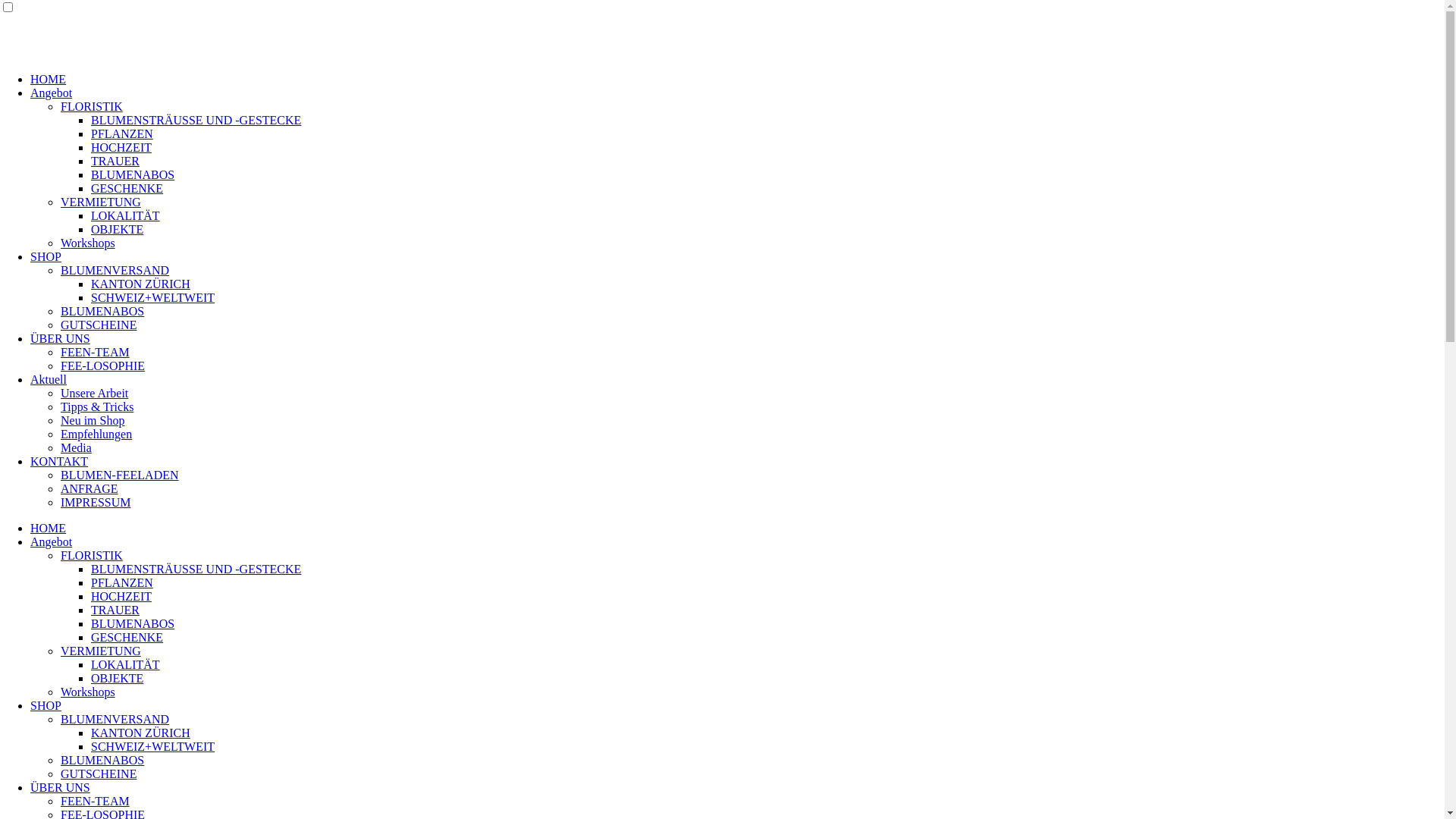 This screenshot has width=1456, height=819. Describe the element at coordinates (89, 488) in the screenshot. I see `'ANFRAGE'` at that location.